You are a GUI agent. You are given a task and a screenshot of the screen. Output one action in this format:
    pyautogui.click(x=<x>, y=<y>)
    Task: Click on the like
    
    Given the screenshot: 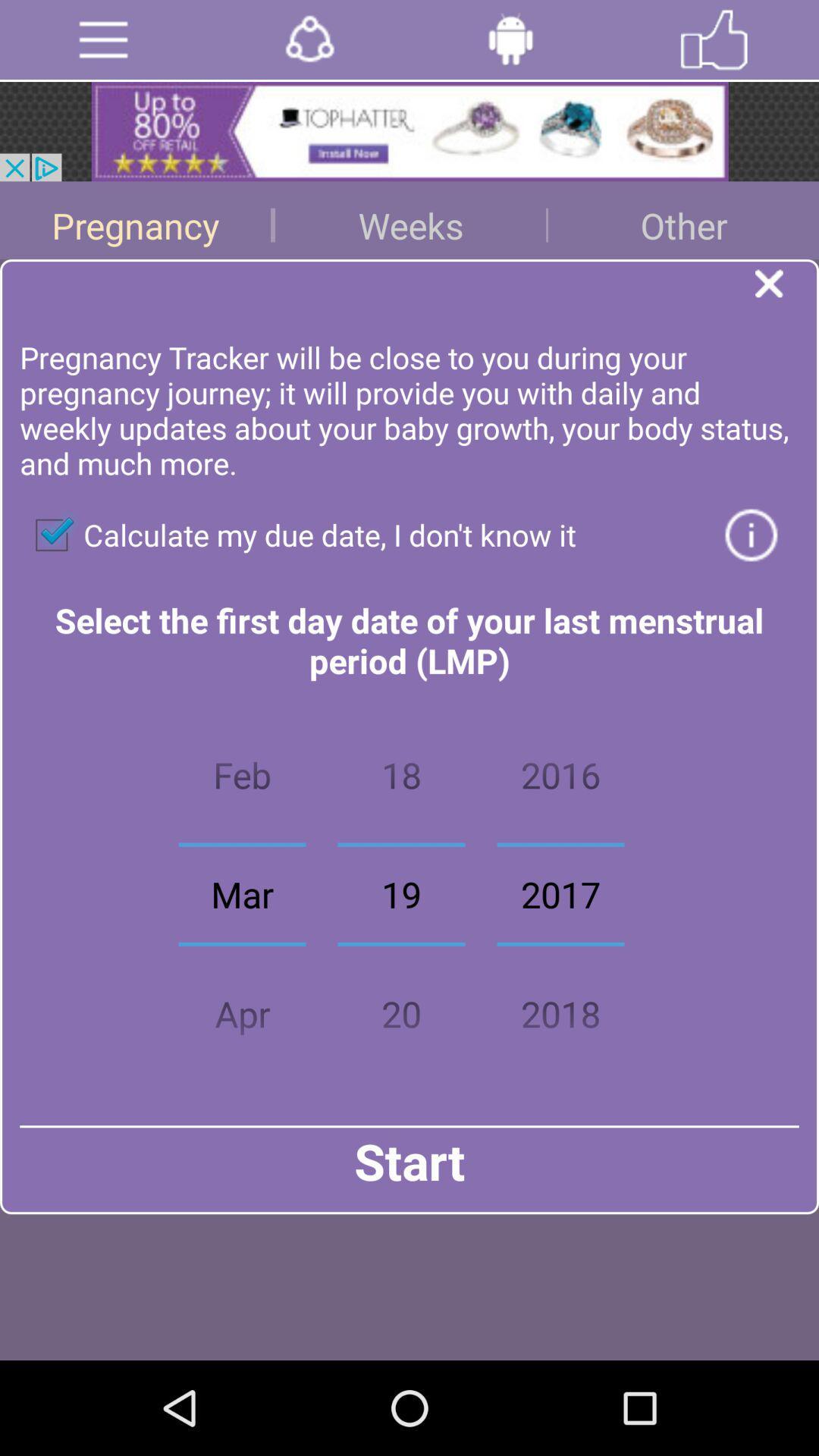 What is the action you would take?
    pyautogui.click(x=714, y=39)
    